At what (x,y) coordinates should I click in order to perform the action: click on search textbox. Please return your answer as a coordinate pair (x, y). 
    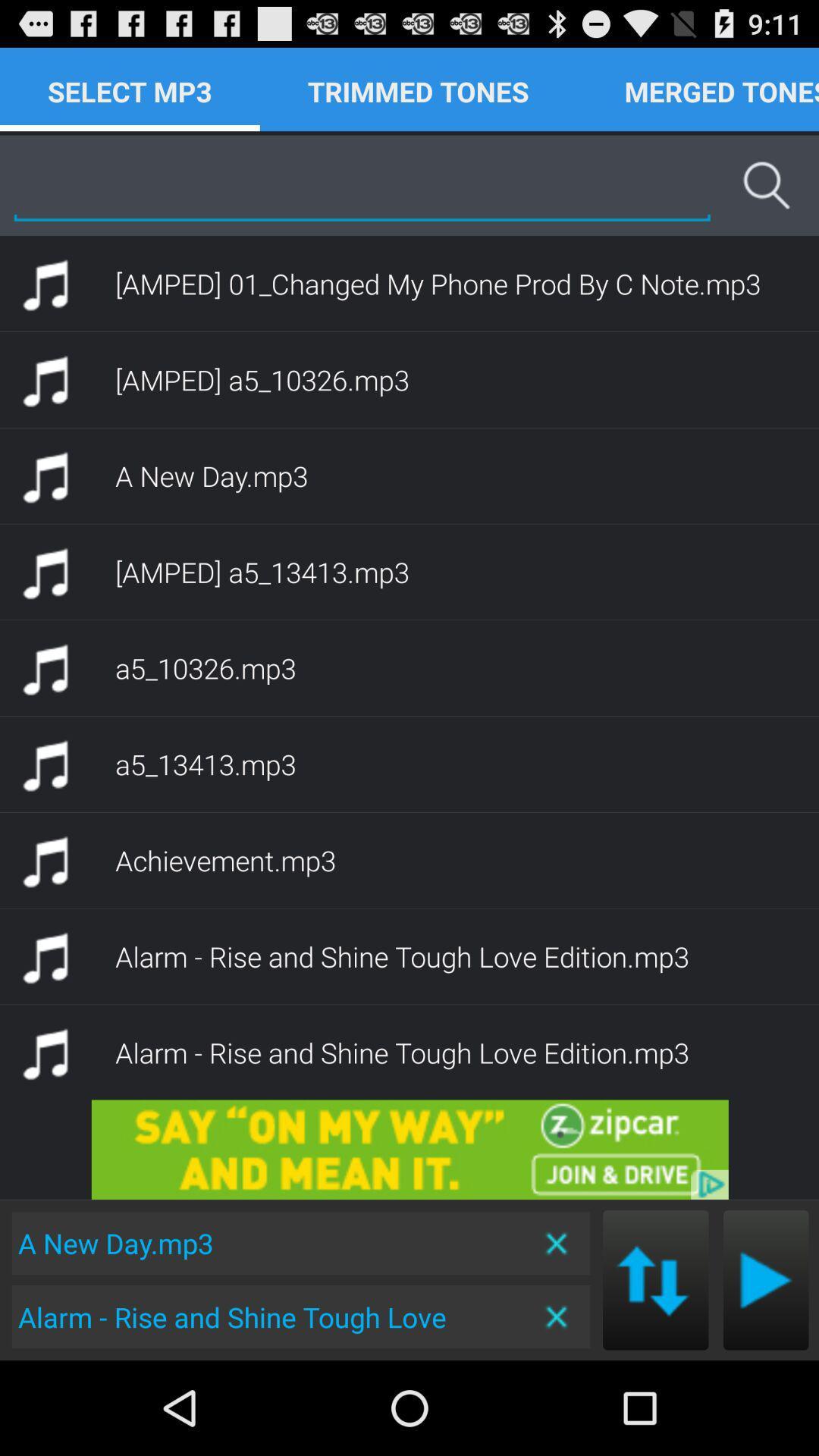
    Looking at the image, I should click on (362, 184).